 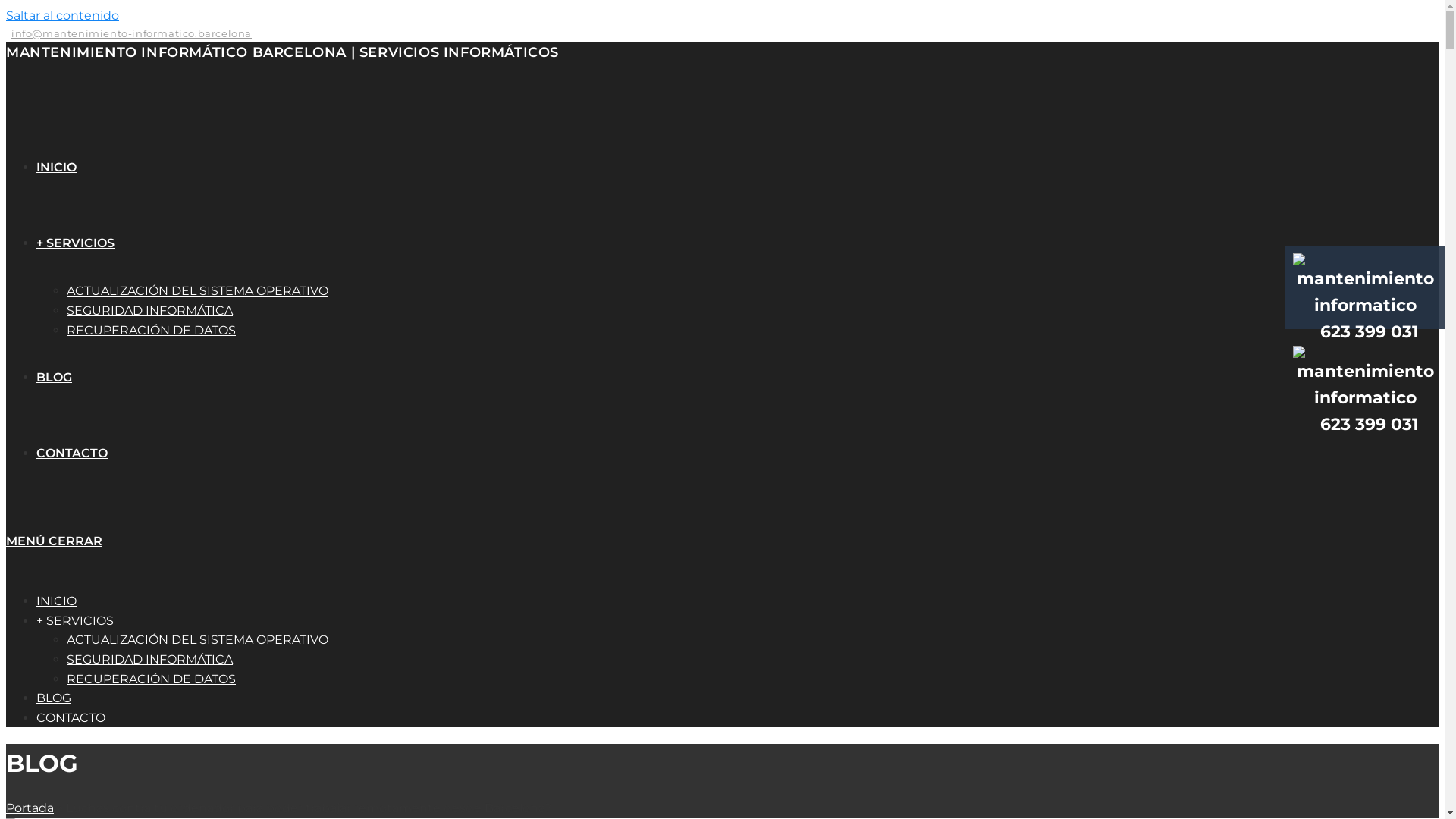 I want to click on 'INICIO', so click(x=56, y=167).